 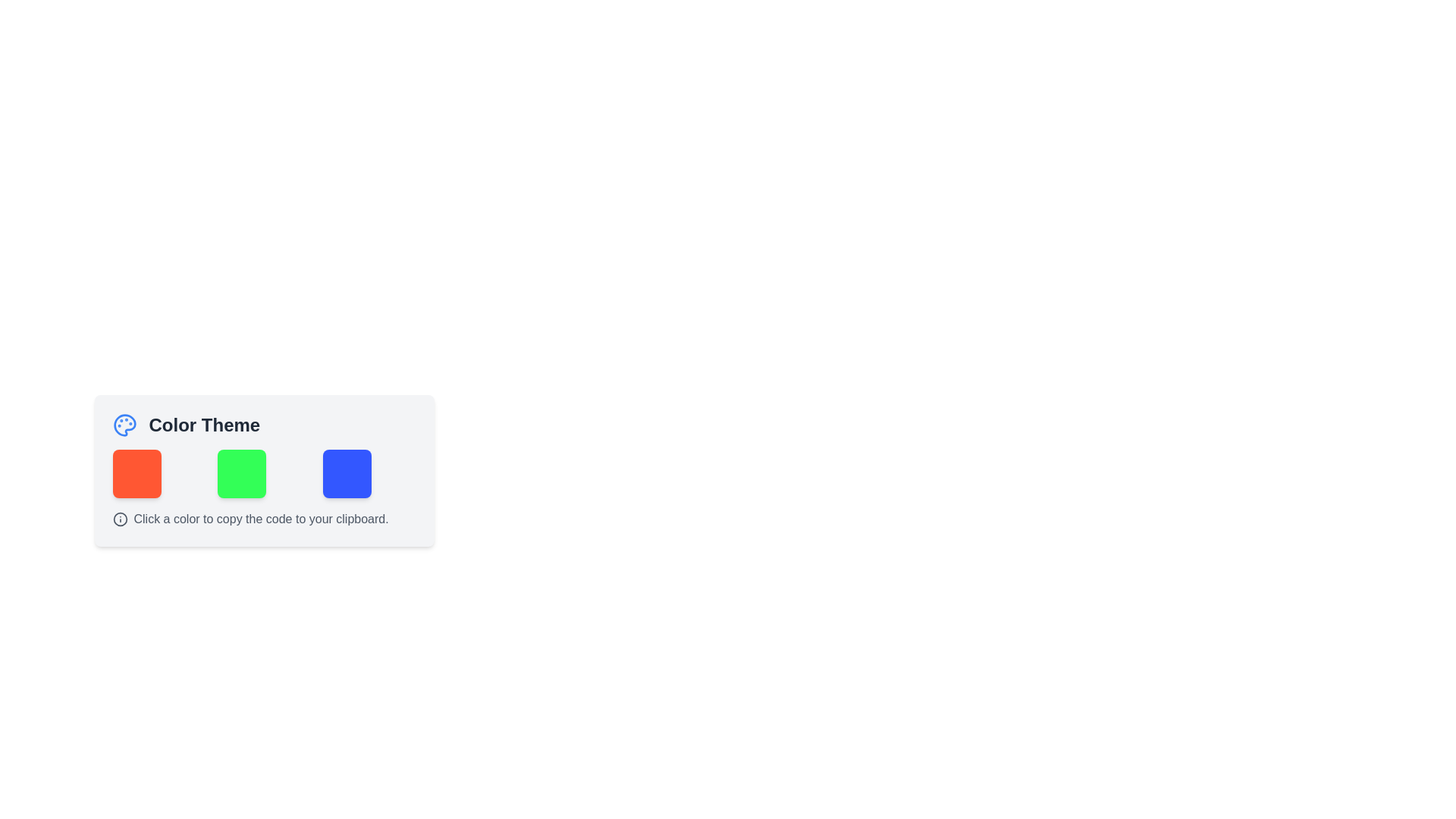 What do you see at coordinates (119, 519) in the screenshot?
I see `the circular vector graphic located at the top left corner of the 'Color Theme' card section` at bounding box center [119, 519].